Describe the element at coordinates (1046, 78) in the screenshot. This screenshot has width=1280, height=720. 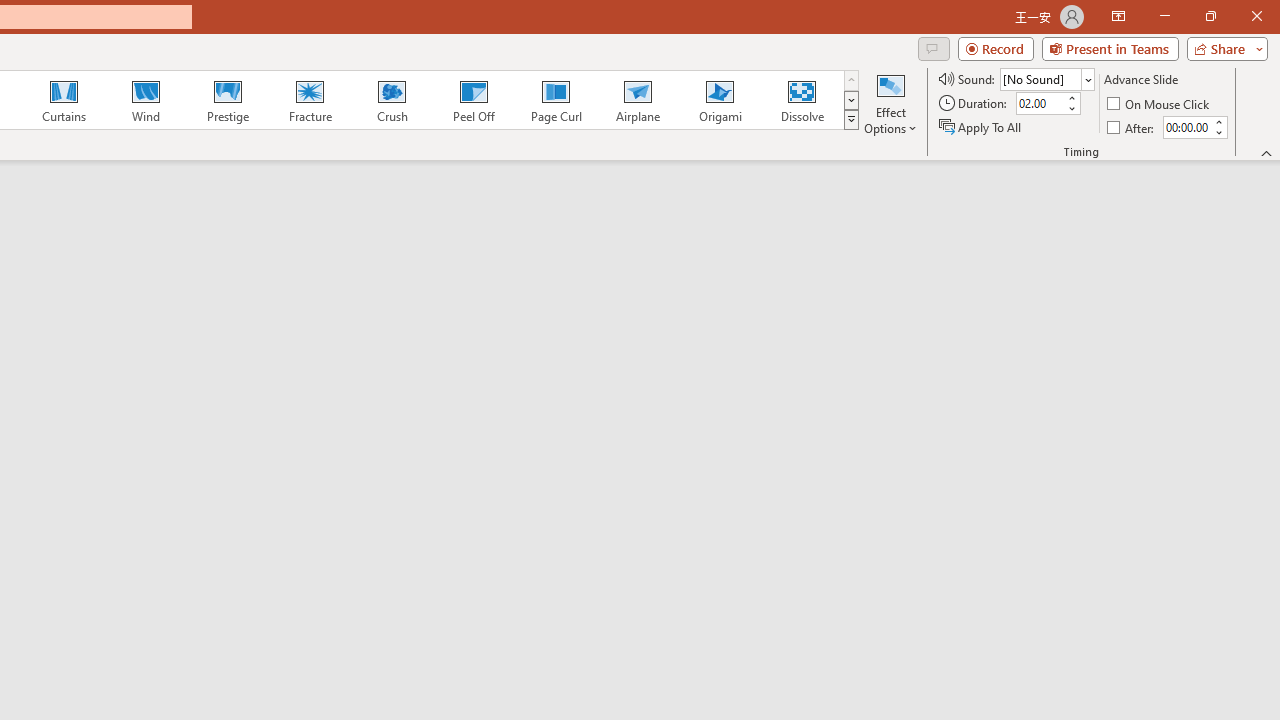
I see `'Sound'` at that location.